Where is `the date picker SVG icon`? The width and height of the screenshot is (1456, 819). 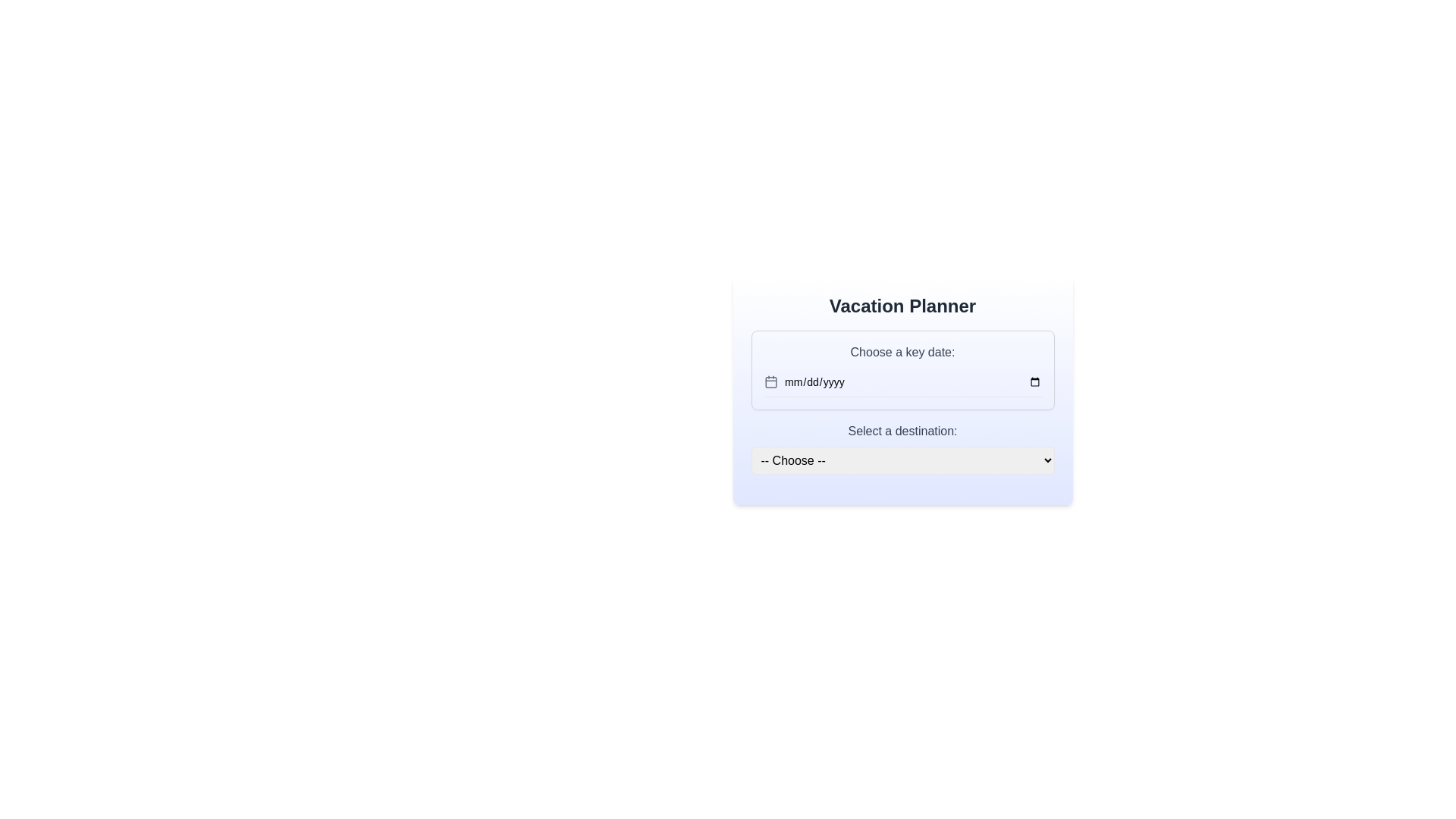
the date picker SVG icon is located at coordinates (770, 381).